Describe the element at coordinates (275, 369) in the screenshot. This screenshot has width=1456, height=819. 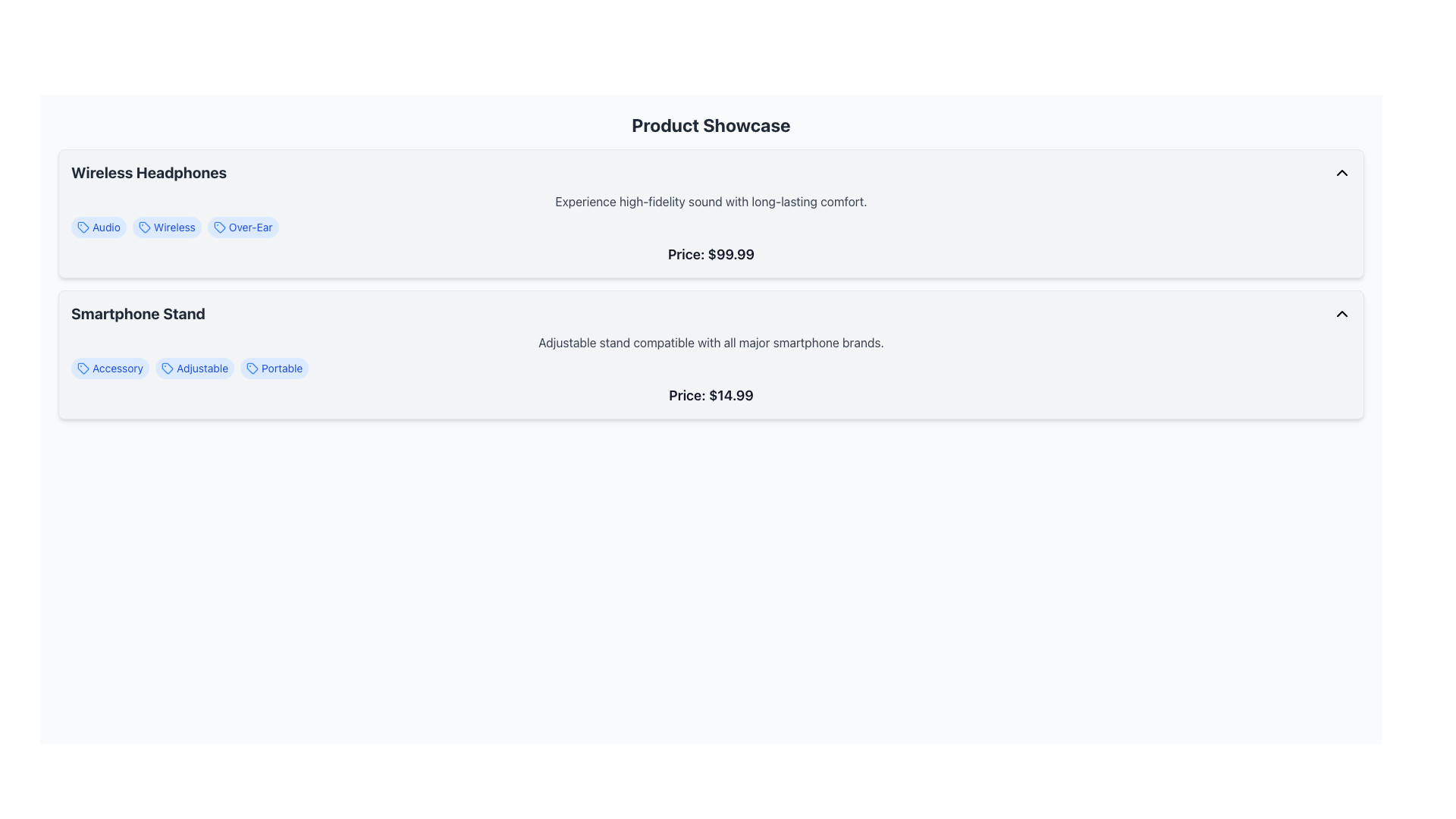
I see `text of the third badge indicating a property or category related to the 'Smartphone Stand' product, located below the title` at that location.